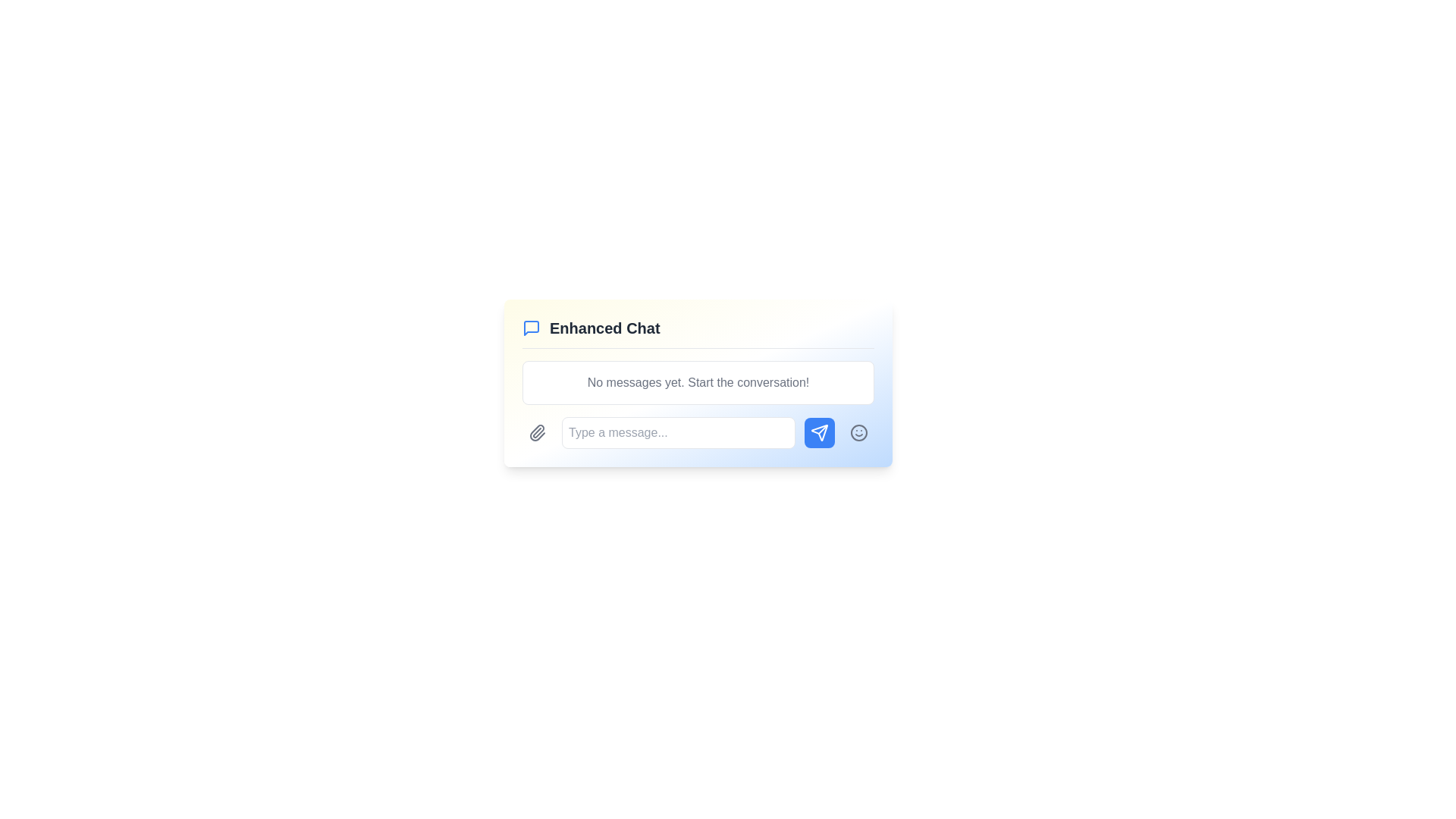  I want to click on the blue chat bubble icon located to the left of the 'Enhanced Chat' text in the top section of the interface, so click(531, 327).